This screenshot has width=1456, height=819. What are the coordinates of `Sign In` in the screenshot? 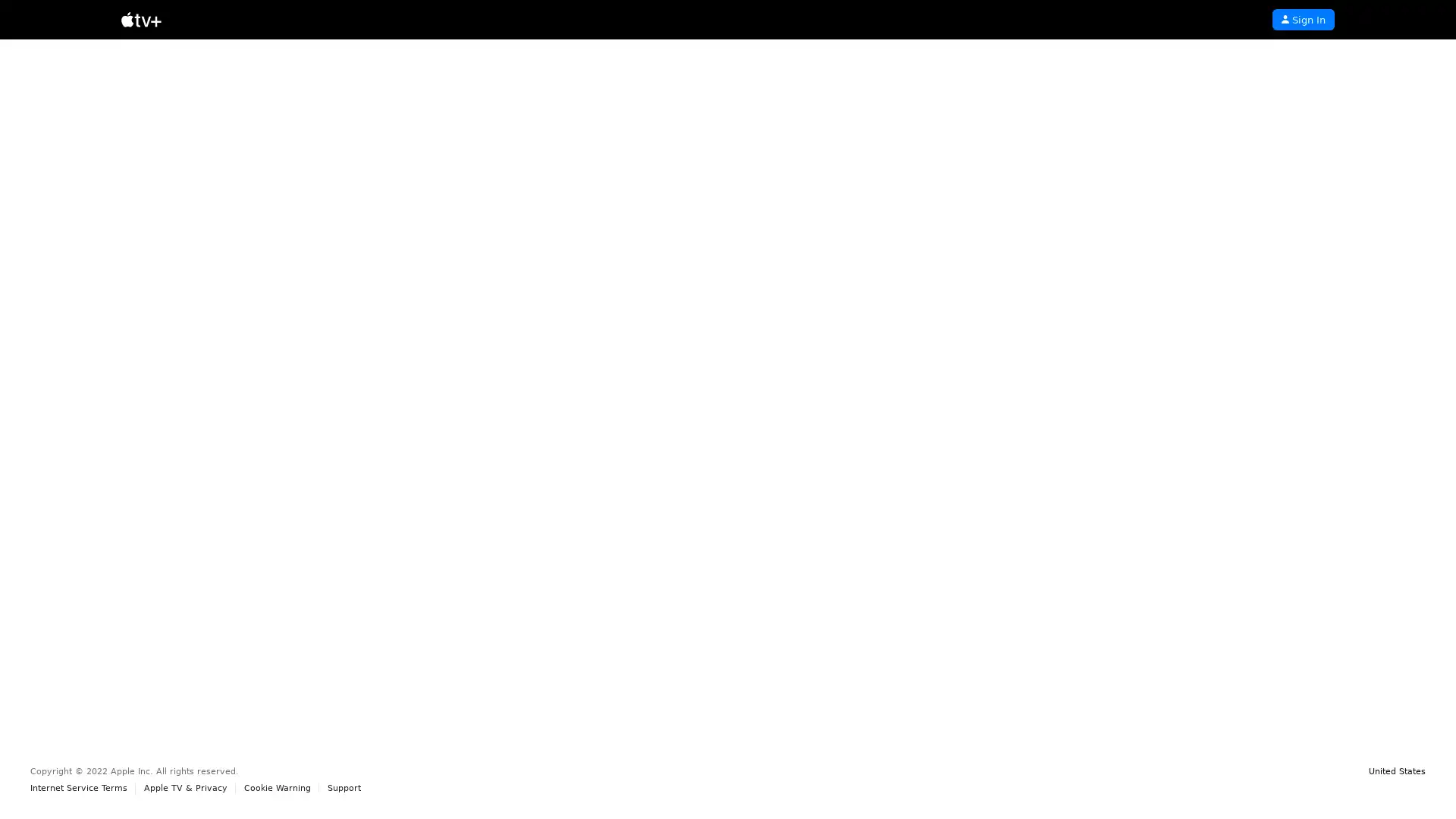 It's located at (1302, 20).